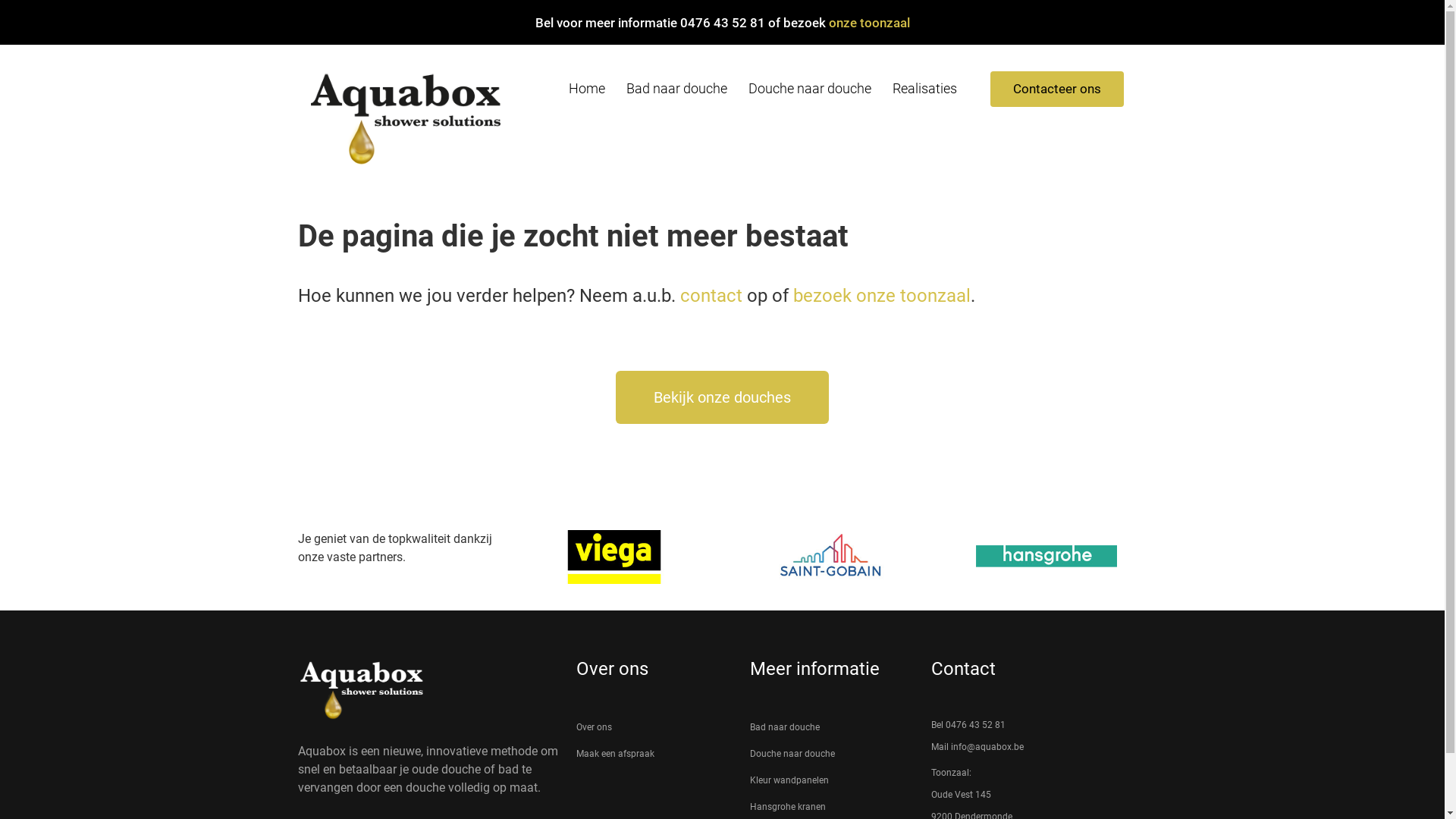 Image resolution: width=1456 pixels, height=819 pixels. What do you see at coordinates (808, 88) in the screenshot?
I see `'Douche naar douche'` at bounding box center [808, 88].